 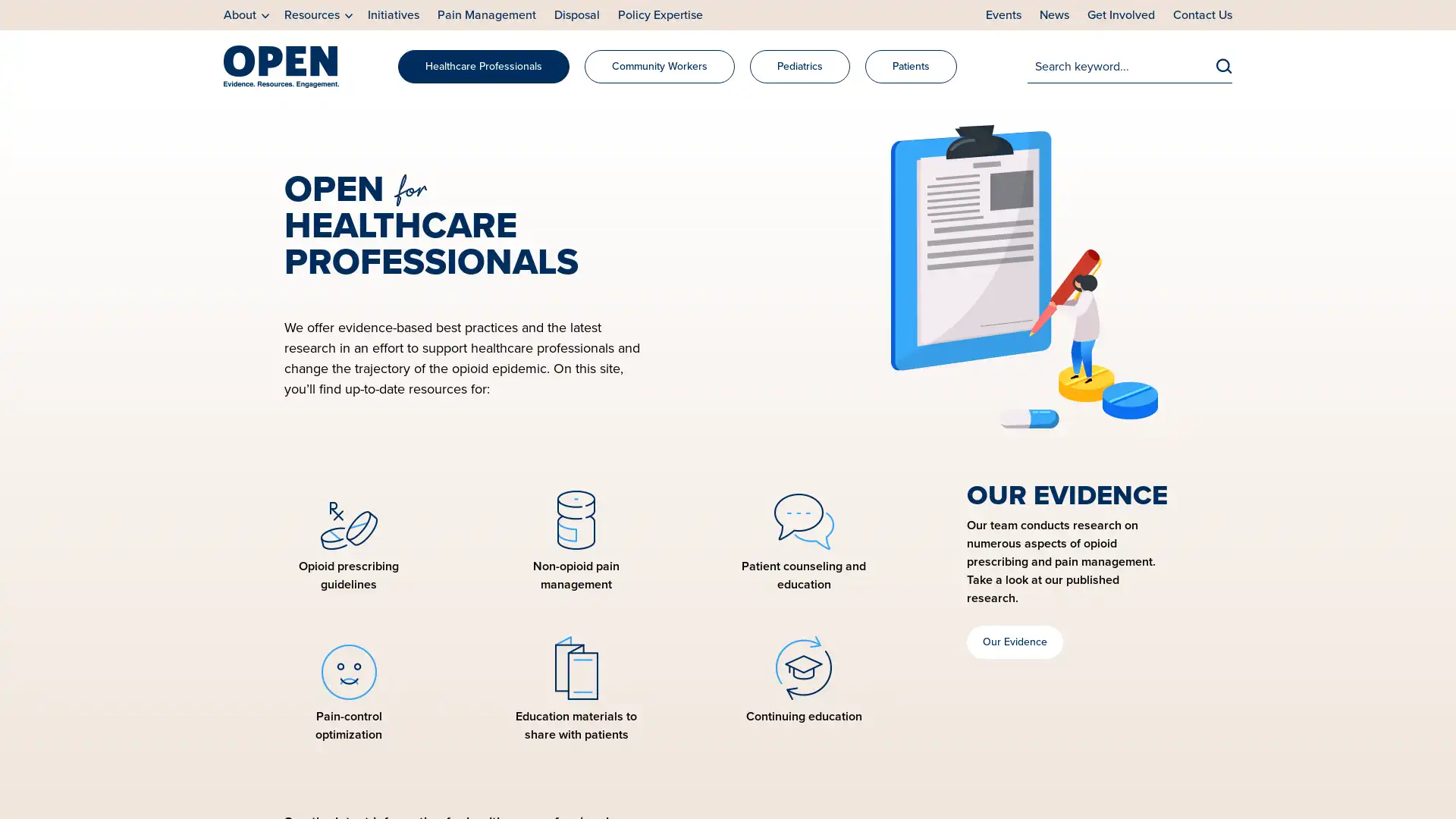 I want to click on SEARCH, so click(x=1224, y=64).